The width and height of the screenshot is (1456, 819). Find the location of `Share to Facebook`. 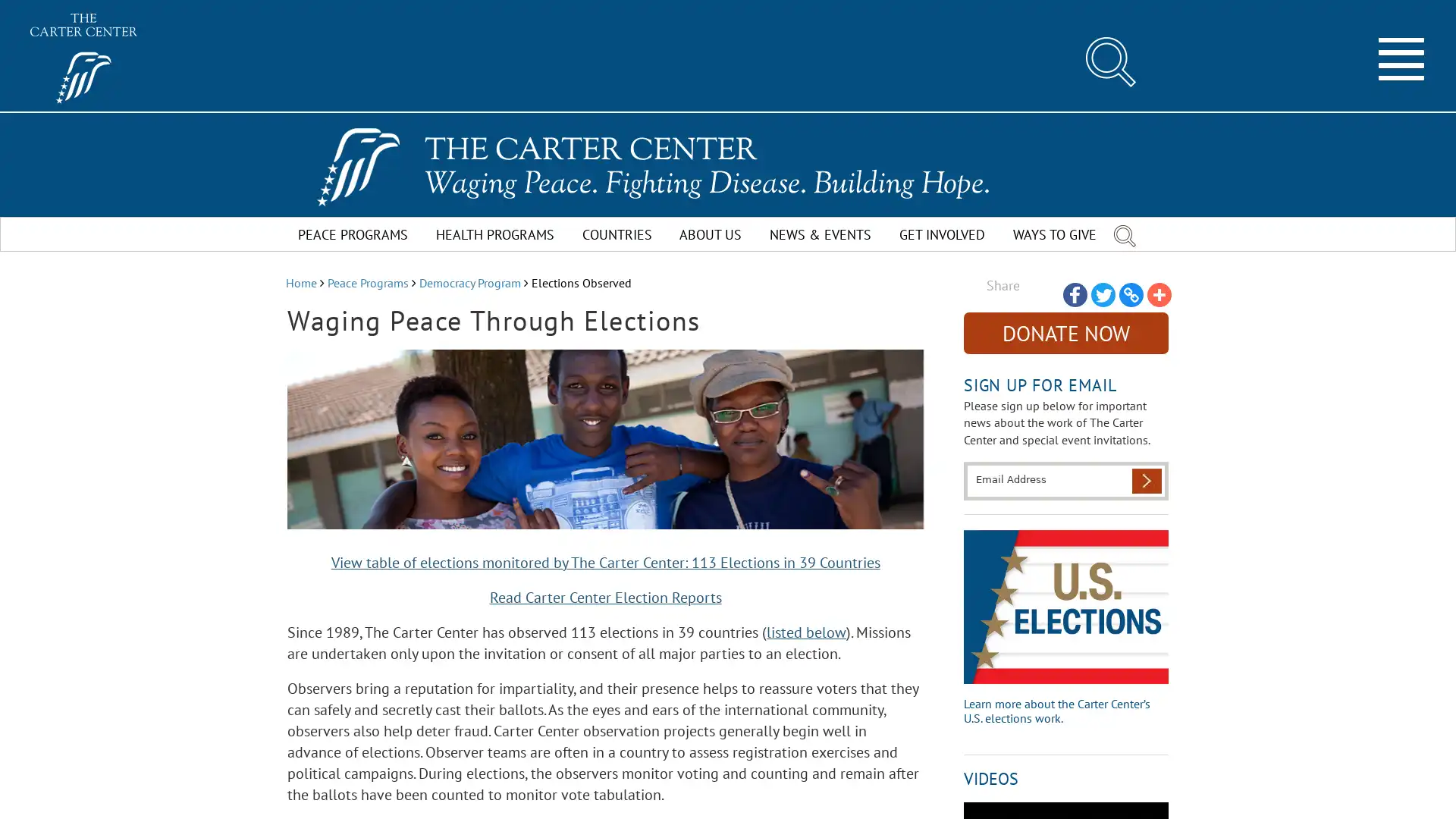

Share to Facebook is located at coordinates (1074, 180).